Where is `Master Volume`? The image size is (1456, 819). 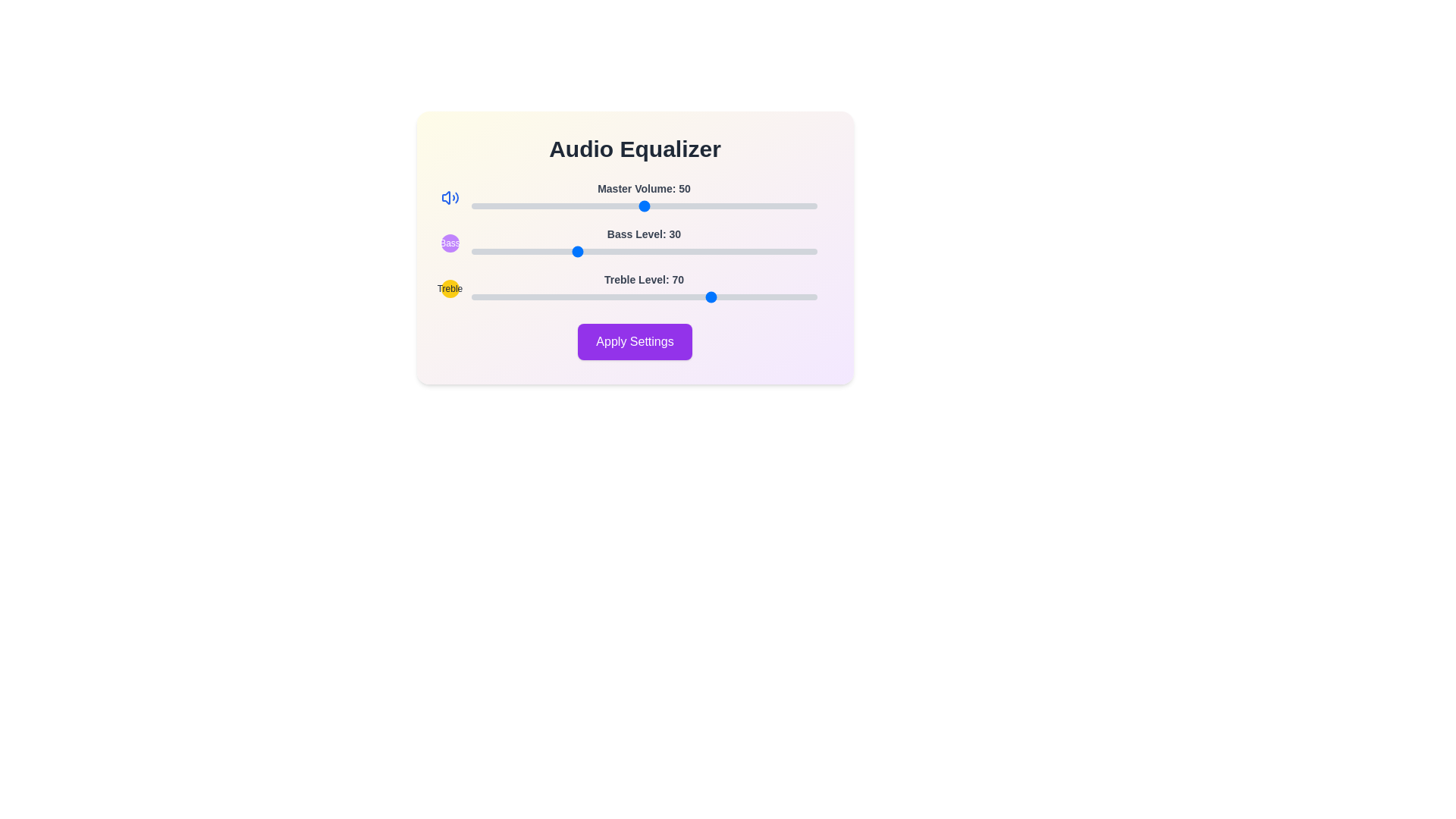 Master Volume is located at coordinates (730, 206).